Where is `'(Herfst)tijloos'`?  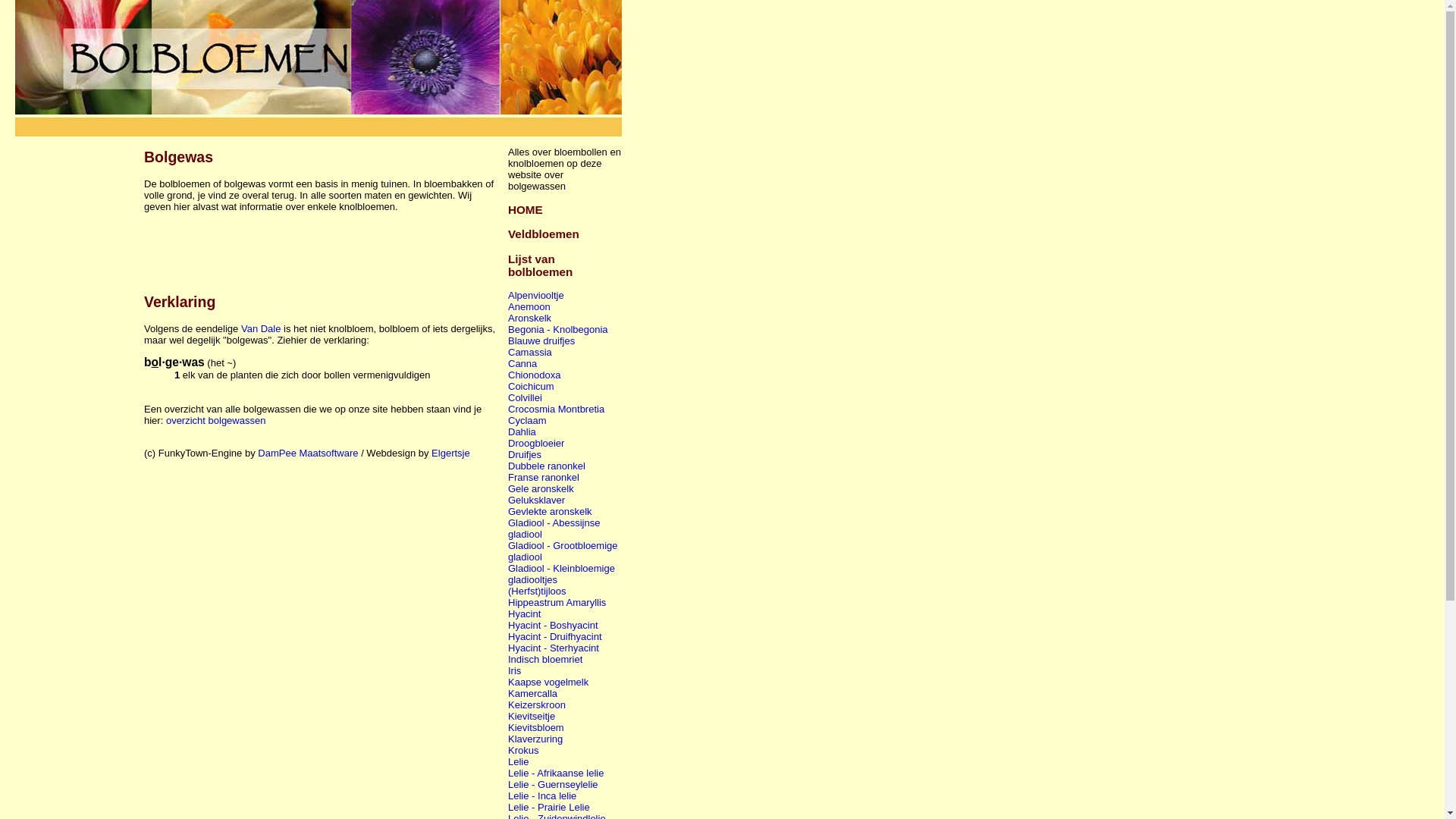
'(Herfst)tijloos' is located at coordinates (537, 590).